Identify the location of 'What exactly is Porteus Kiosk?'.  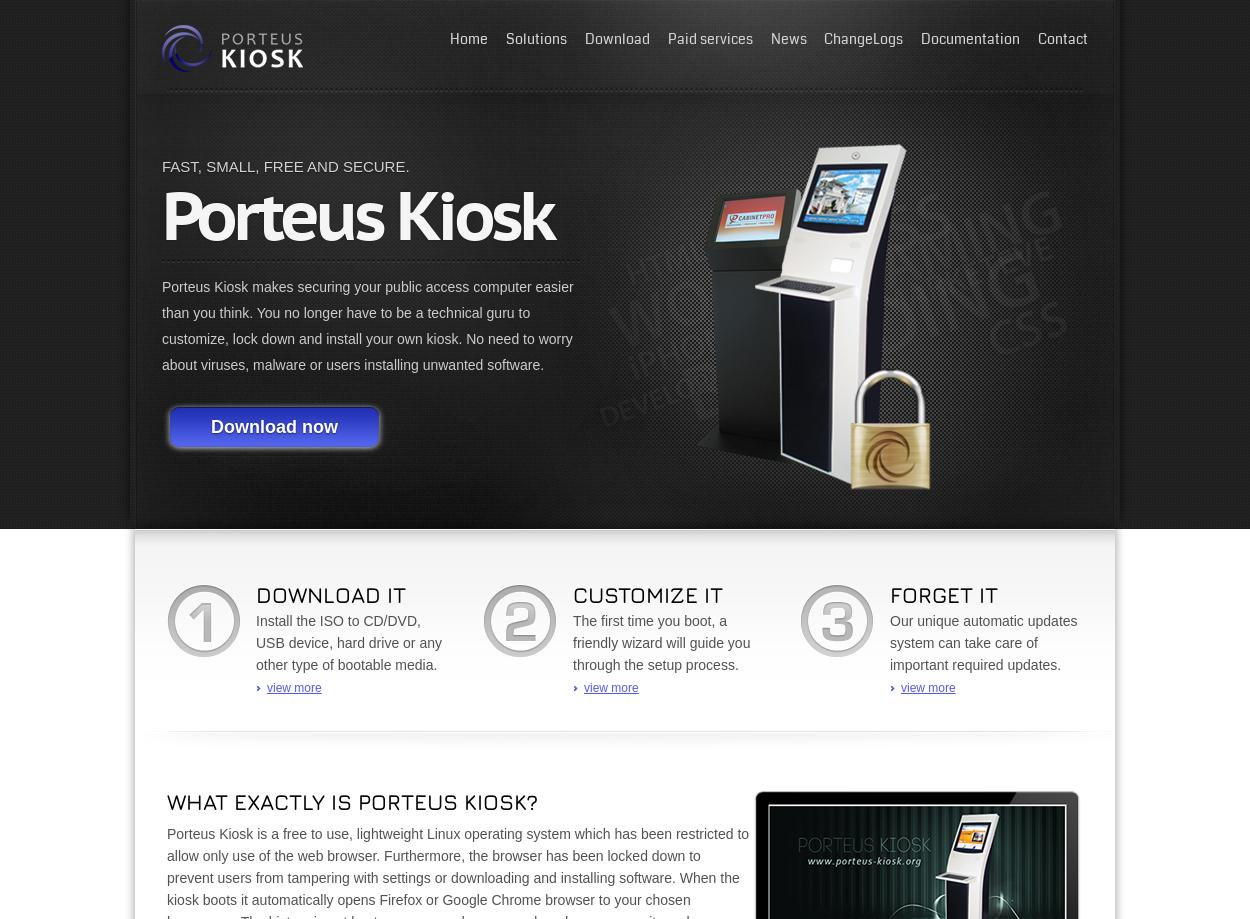
(167, 802).